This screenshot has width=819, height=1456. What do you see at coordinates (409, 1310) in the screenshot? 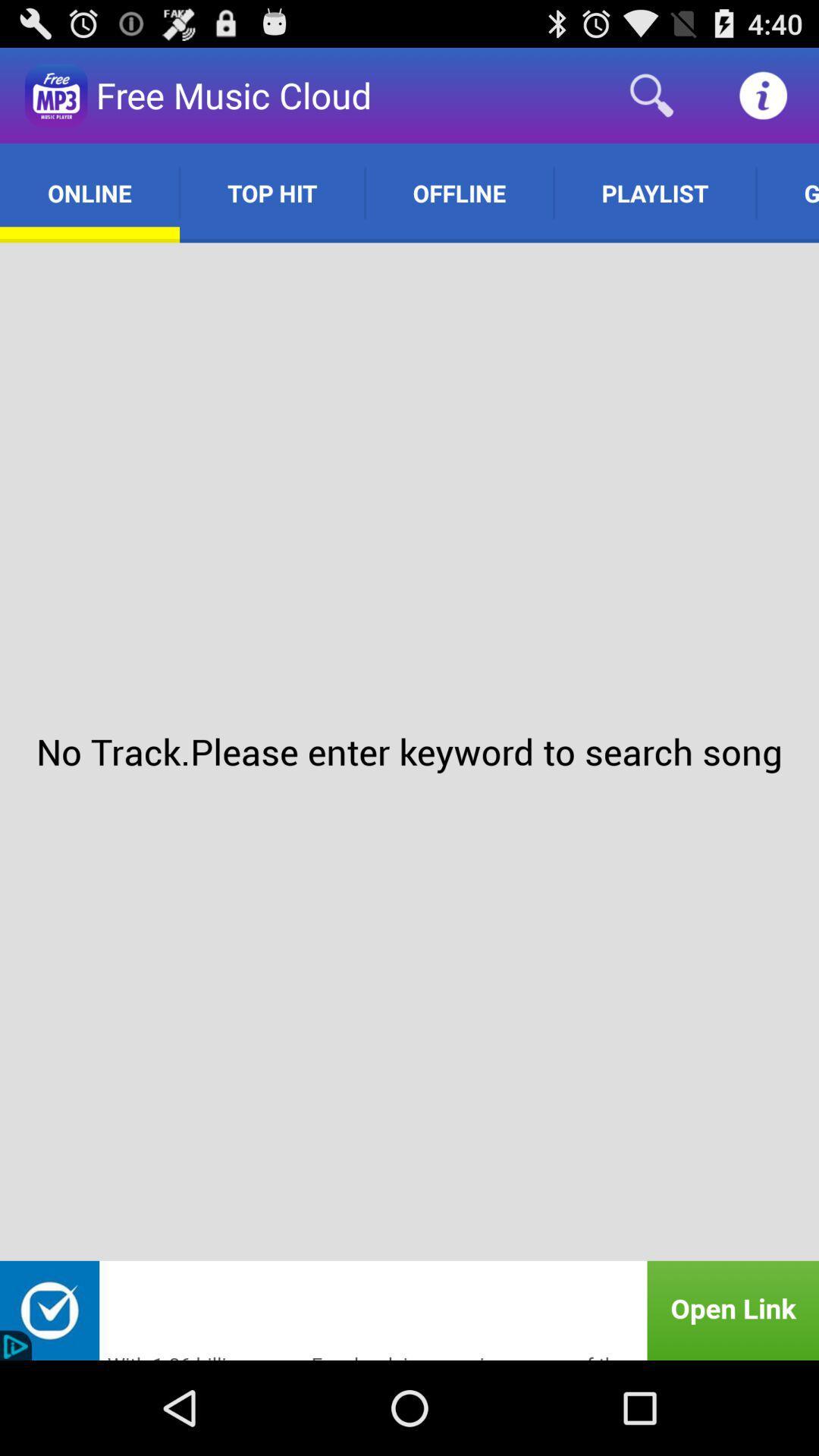
I see `advertisement` at bounding box center [409, 1310].